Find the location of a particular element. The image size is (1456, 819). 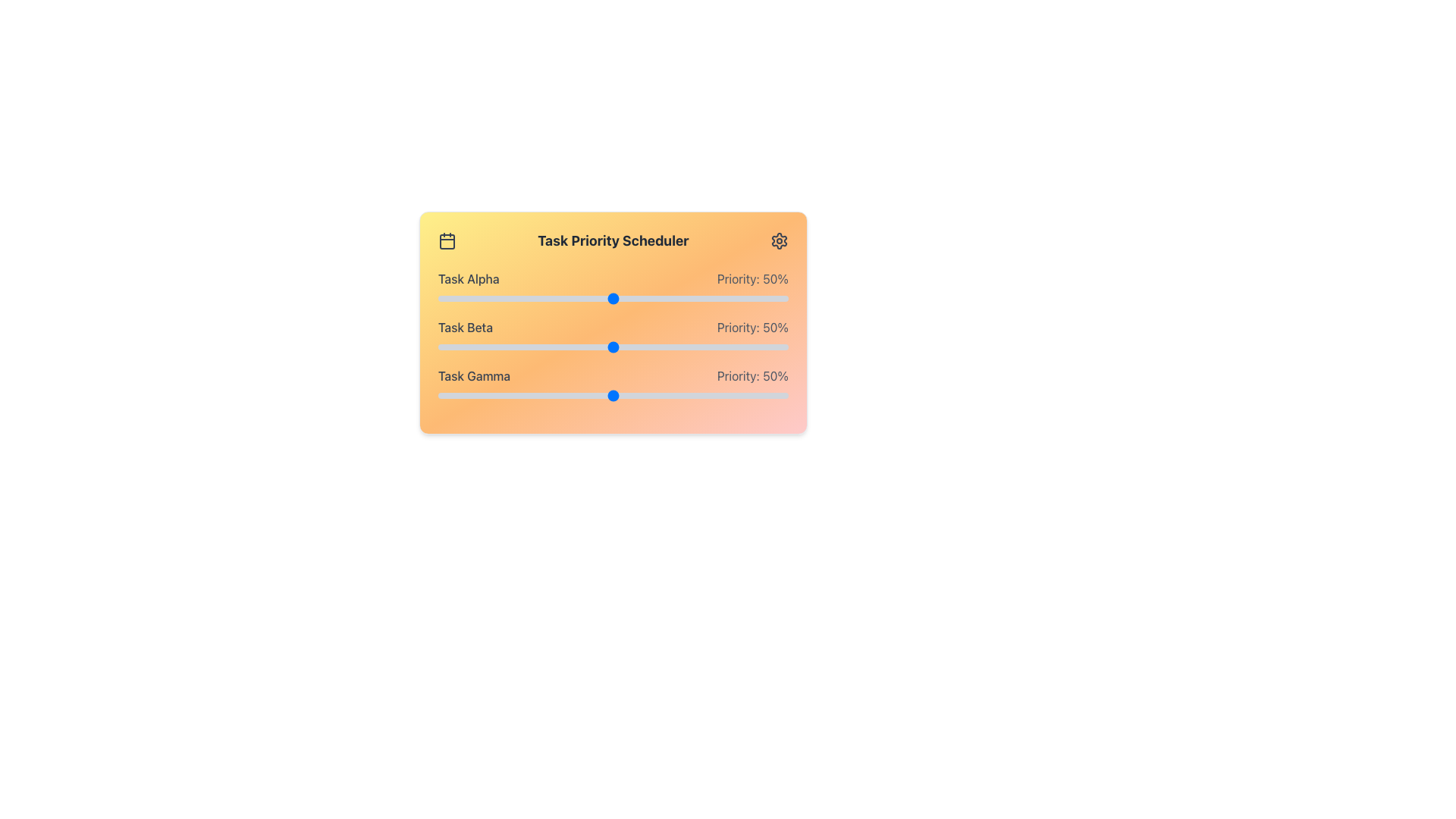

the priority value of Task Gamma is located at coordinates (742, 375).